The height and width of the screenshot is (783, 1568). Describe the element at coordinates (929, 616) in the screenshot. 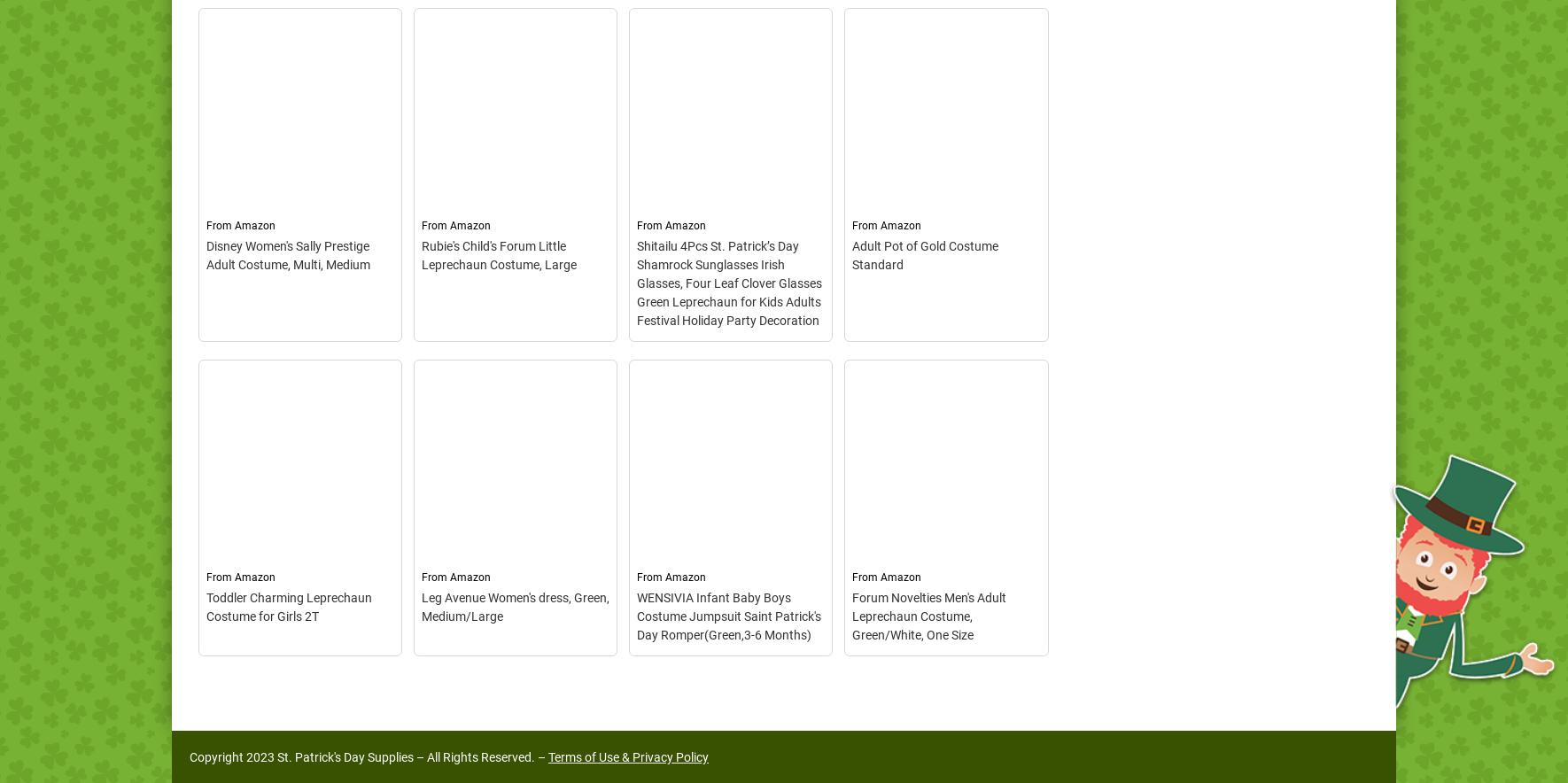

I see `'Forum Novelties Men's Adult Leprechaun Costume, Green/White, One Size'` at that location.